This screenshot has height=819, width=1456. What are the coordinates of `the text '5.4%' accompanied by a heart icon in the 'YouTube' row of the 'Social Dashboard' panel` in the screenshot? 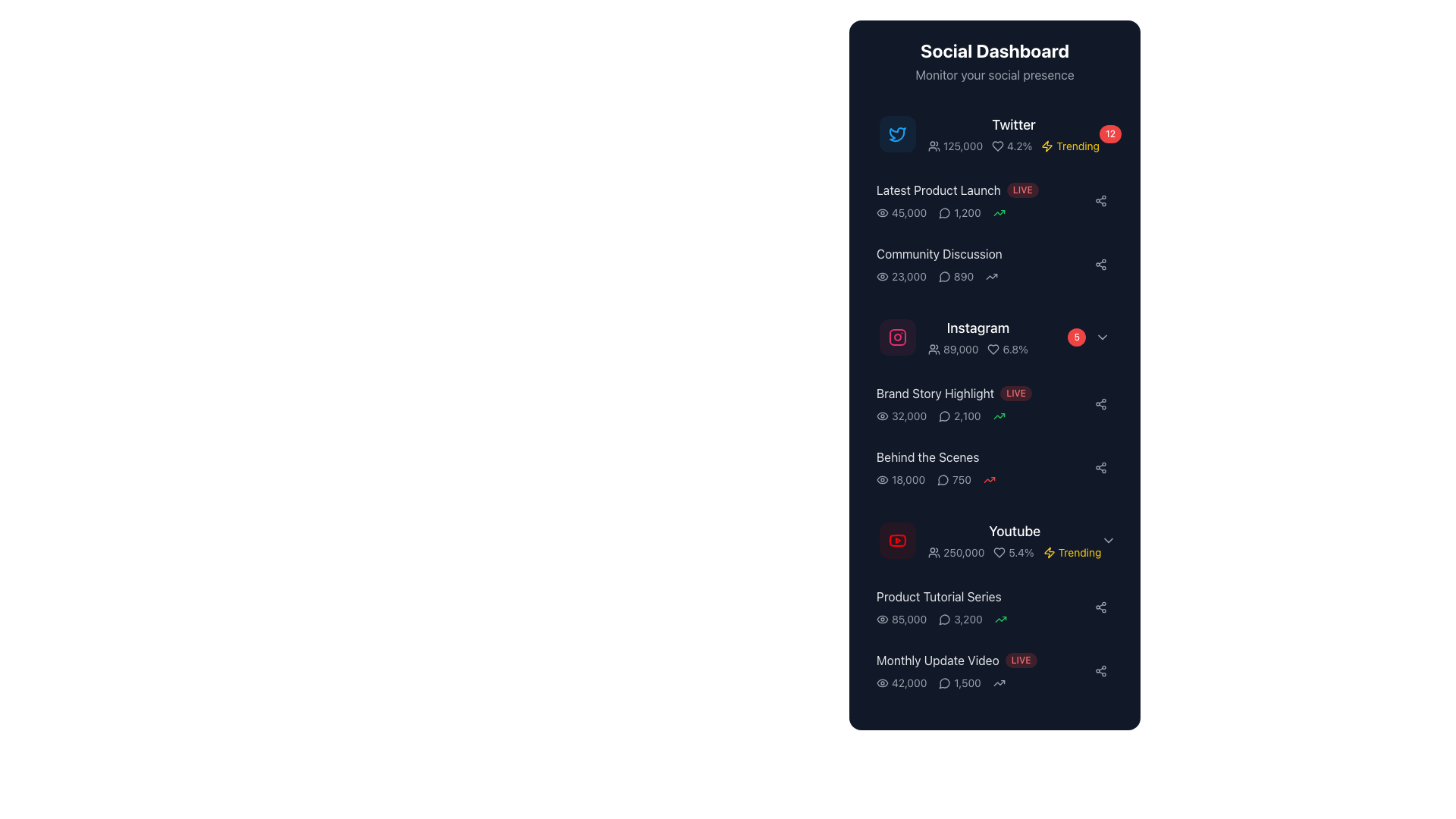 It's located at (1014, 553).